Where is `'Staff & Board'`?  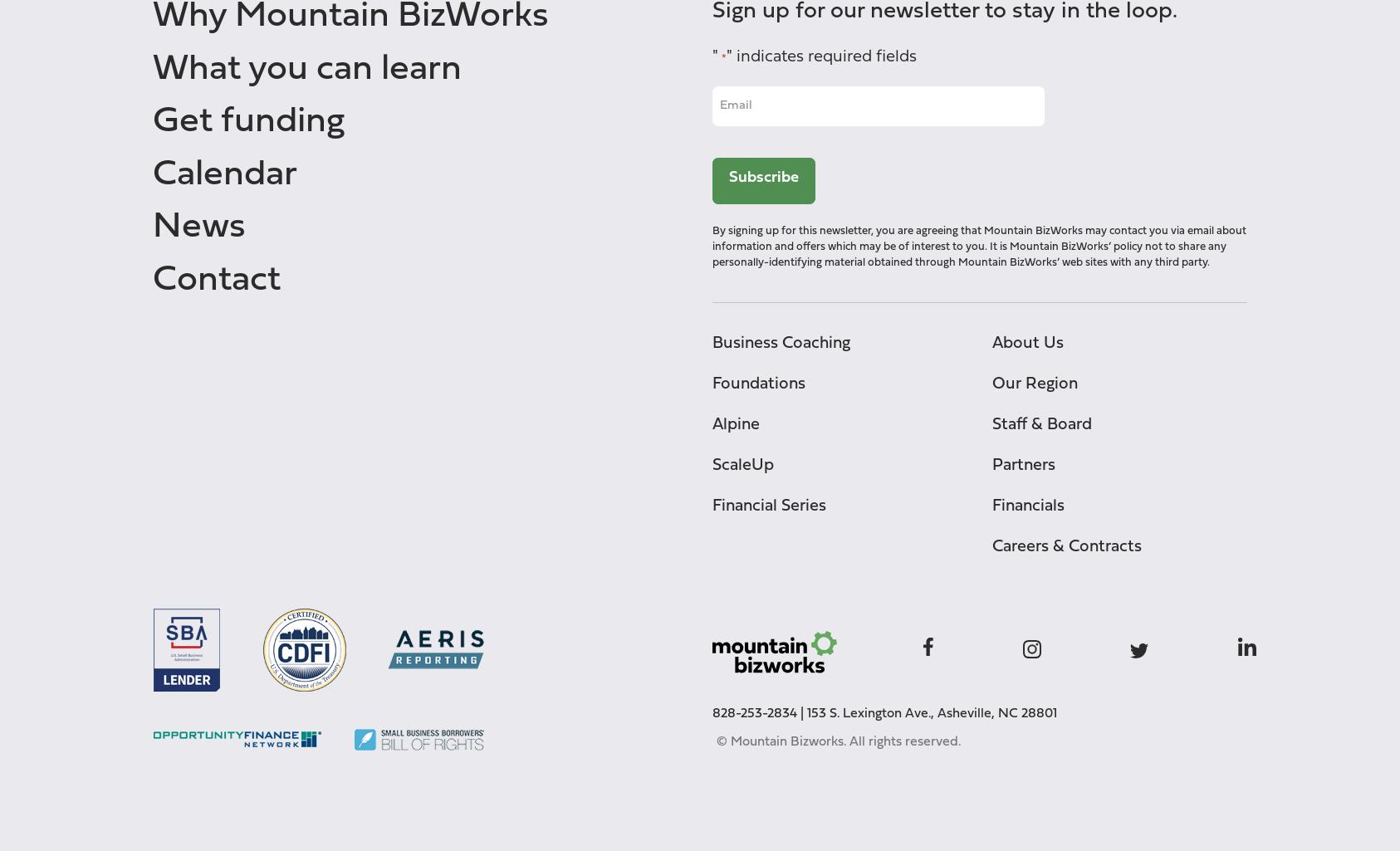 'Staff & Board' is located at coordinates (991, 423).